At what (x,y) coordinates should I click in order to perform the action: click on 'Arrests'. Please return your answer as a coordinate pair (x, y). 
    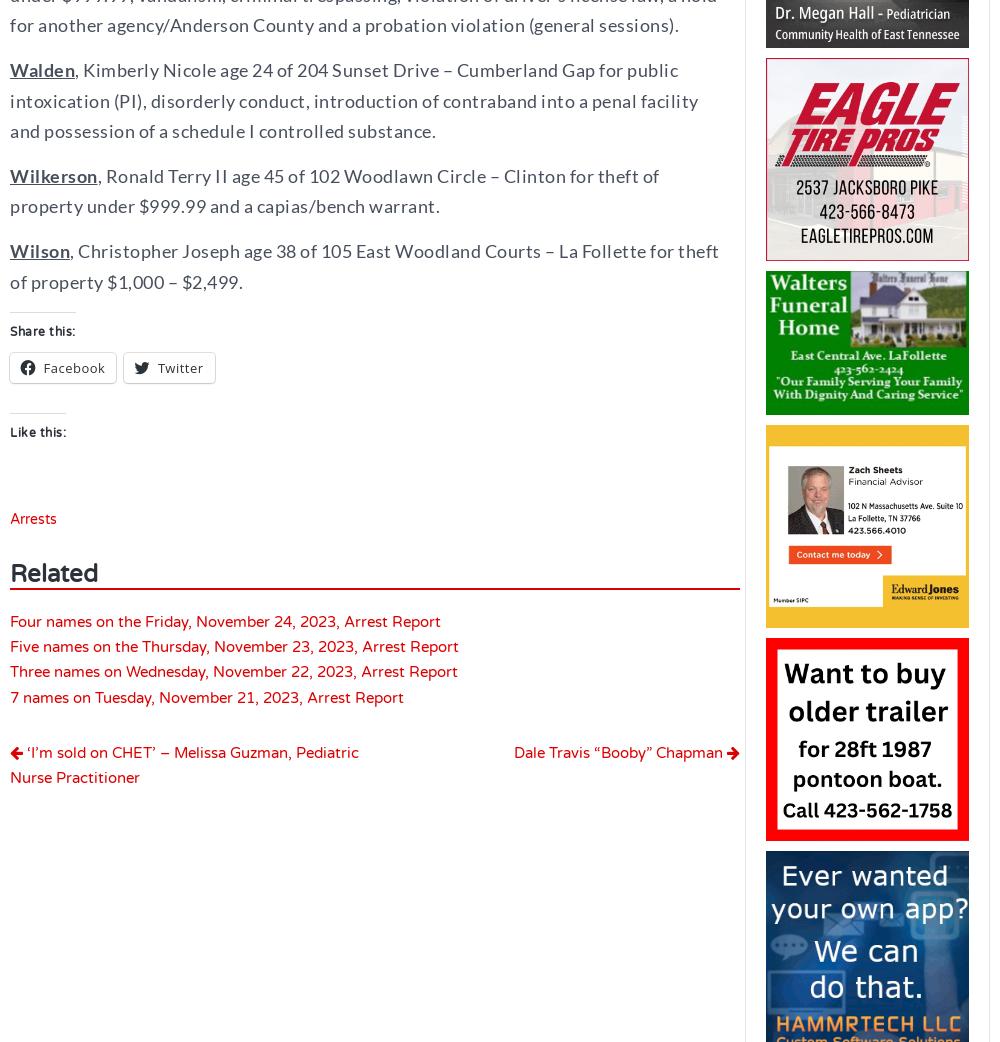
    Looking at the image, I should click on (10, 518).